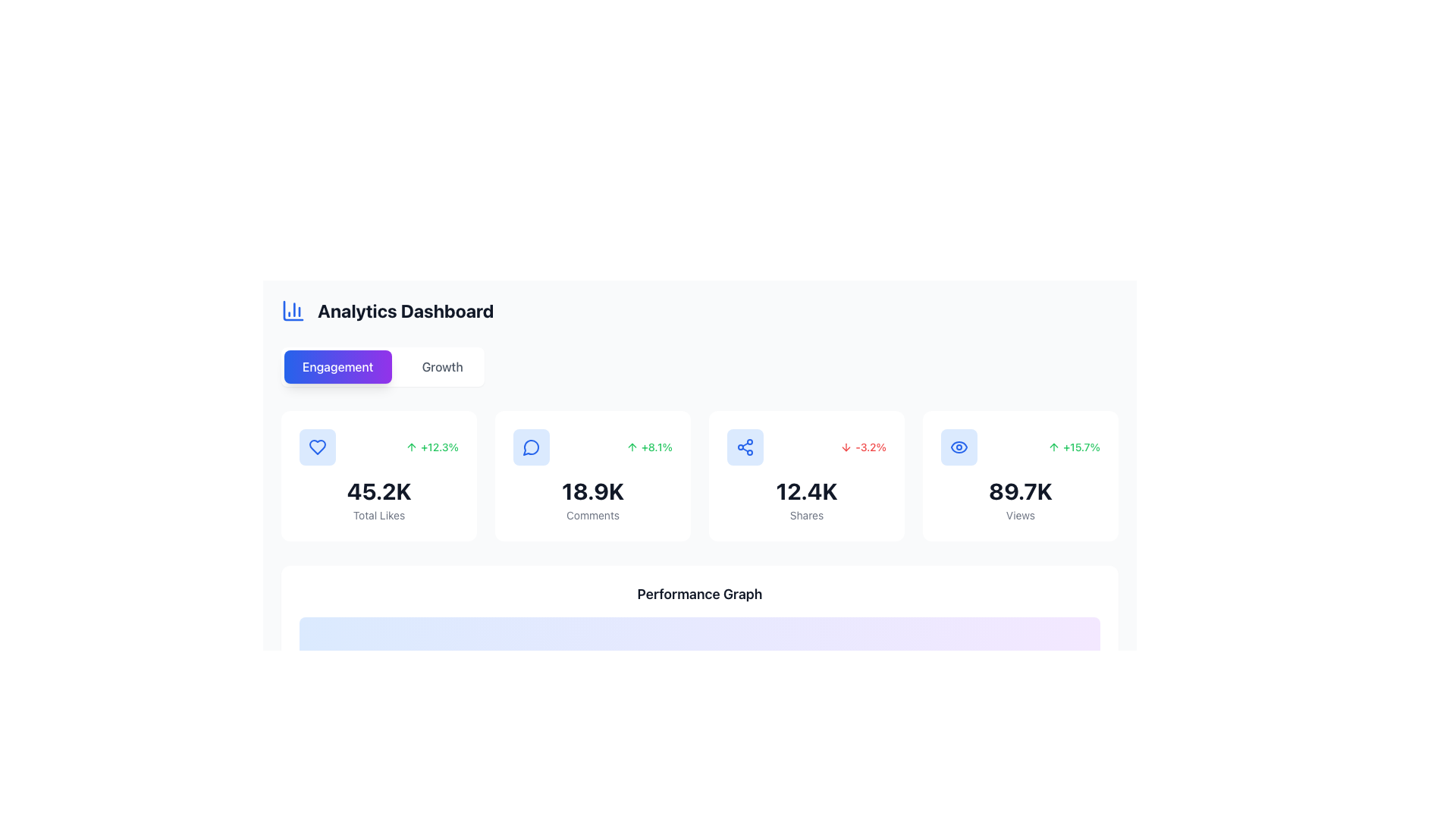 The width and height of the screenshot is (1456, 819). Describe the element at coordinates (1073, 447) in the screenshot. I see `the numeric text reading '+15.7%' styled in green, located at the upper right corner of the 'Views' card` at that location.